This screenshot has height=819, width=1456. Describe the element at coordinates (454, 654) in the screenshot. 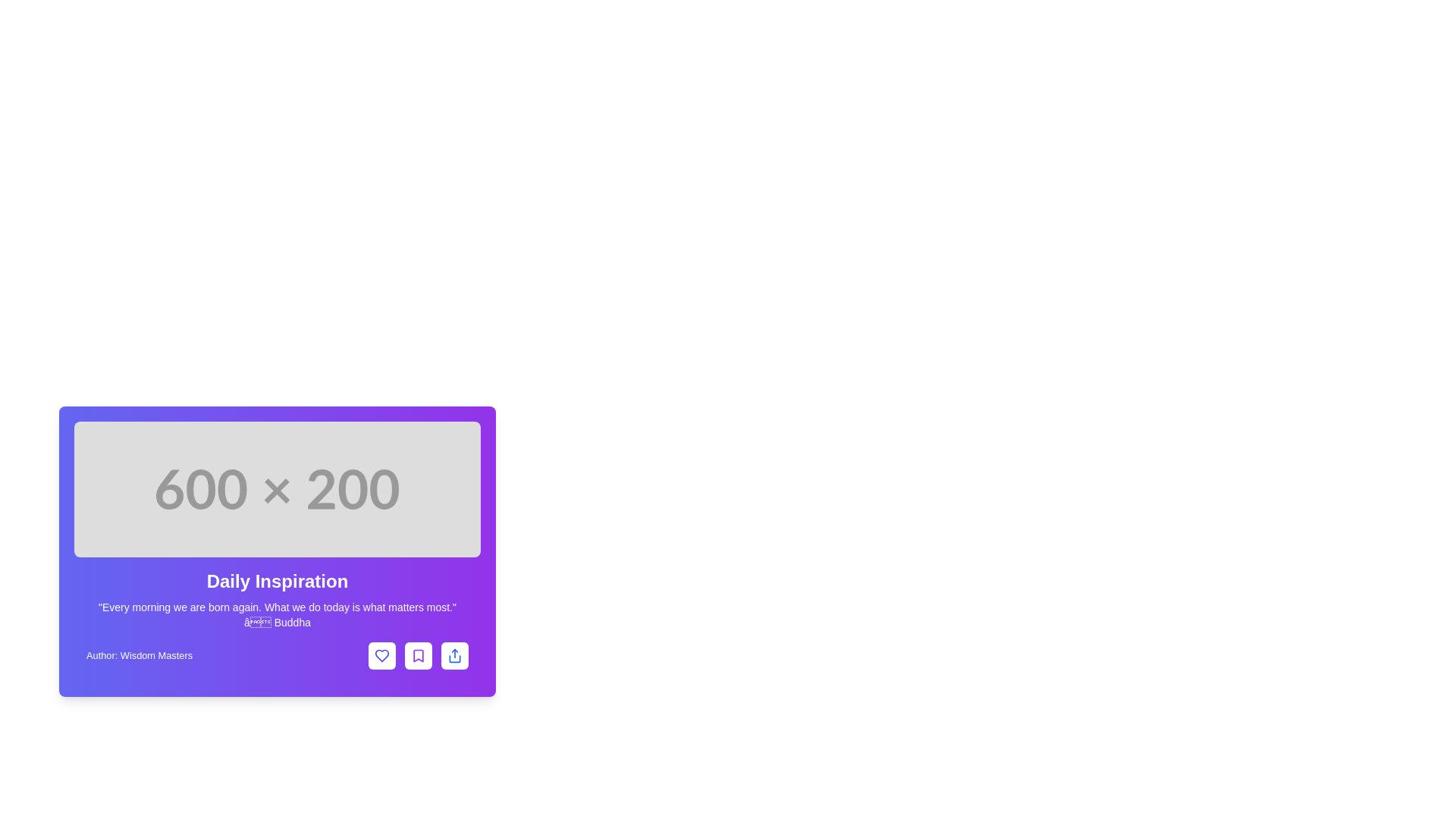

I see `the rightmost icon-based 'share' button within the purple card` at that location.